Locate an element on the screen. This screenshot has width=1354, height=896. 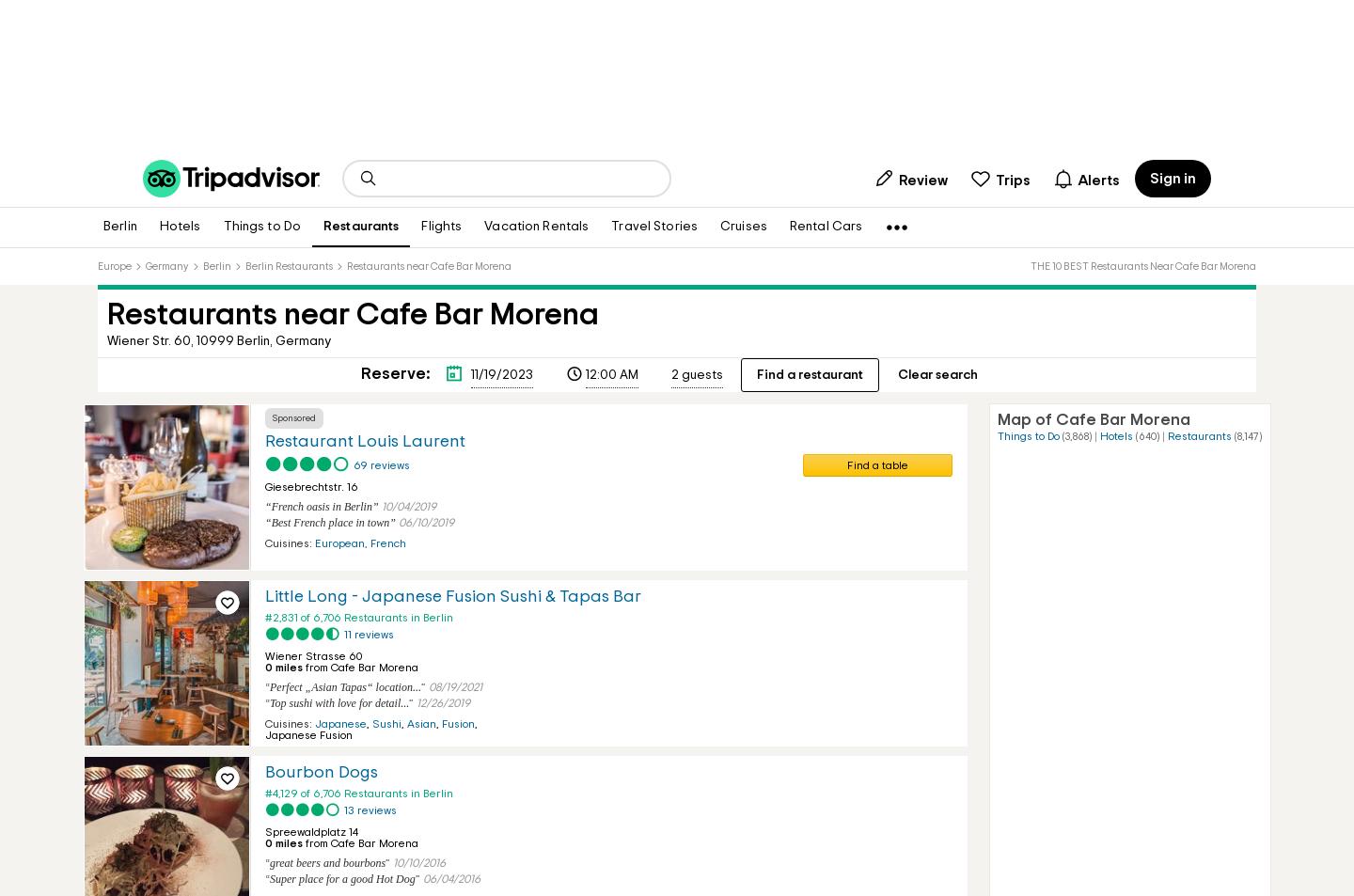
'Travel Stories' is located at coordinates (653, 226).